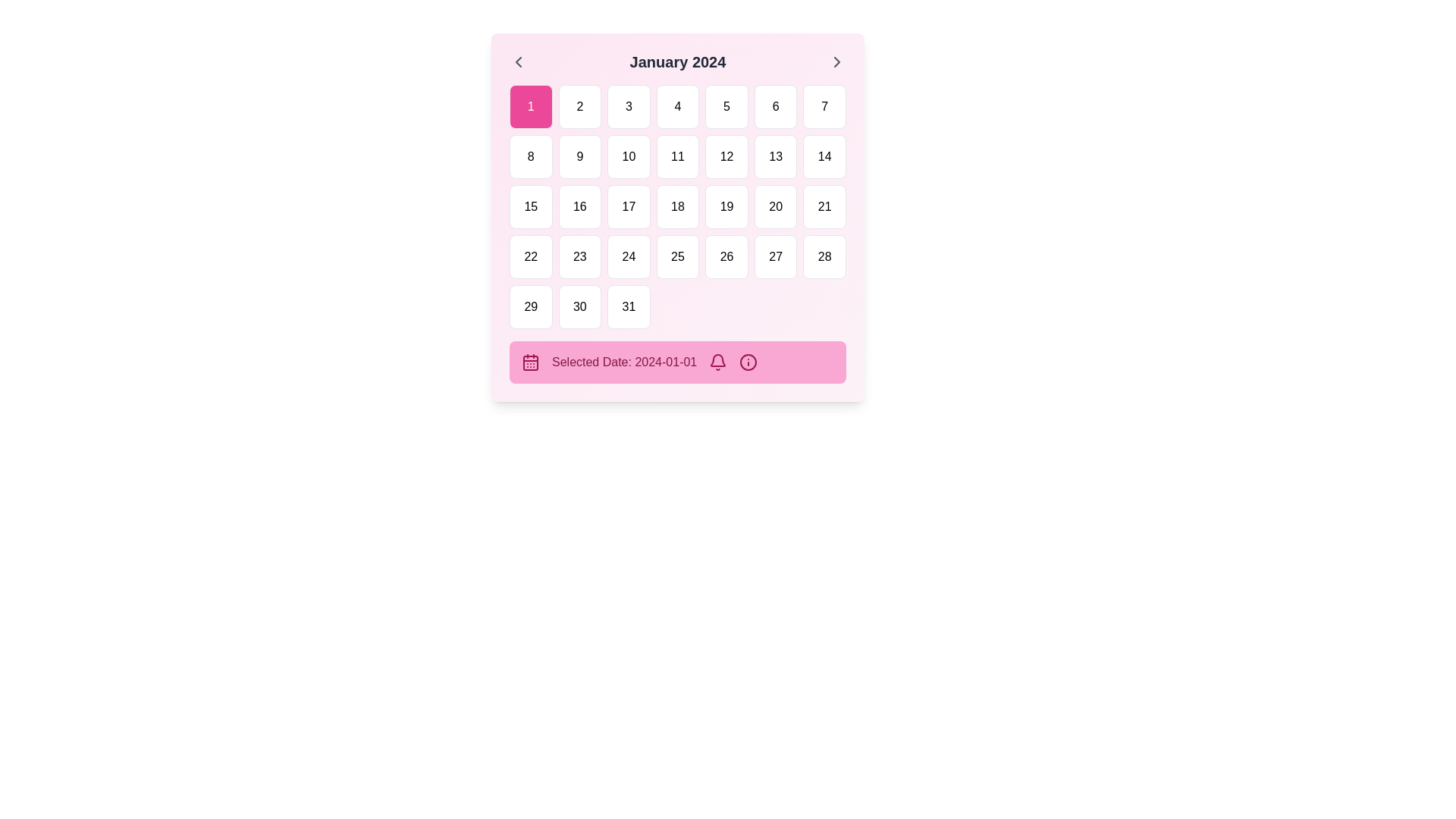 Image resolution: width=1456 pixels, height=819 pixels. What do you see at coordinates (676, 207) in the screenshot?
I see `the rectangular button labeled '18' with a white background` at bounding box center [676, 207].